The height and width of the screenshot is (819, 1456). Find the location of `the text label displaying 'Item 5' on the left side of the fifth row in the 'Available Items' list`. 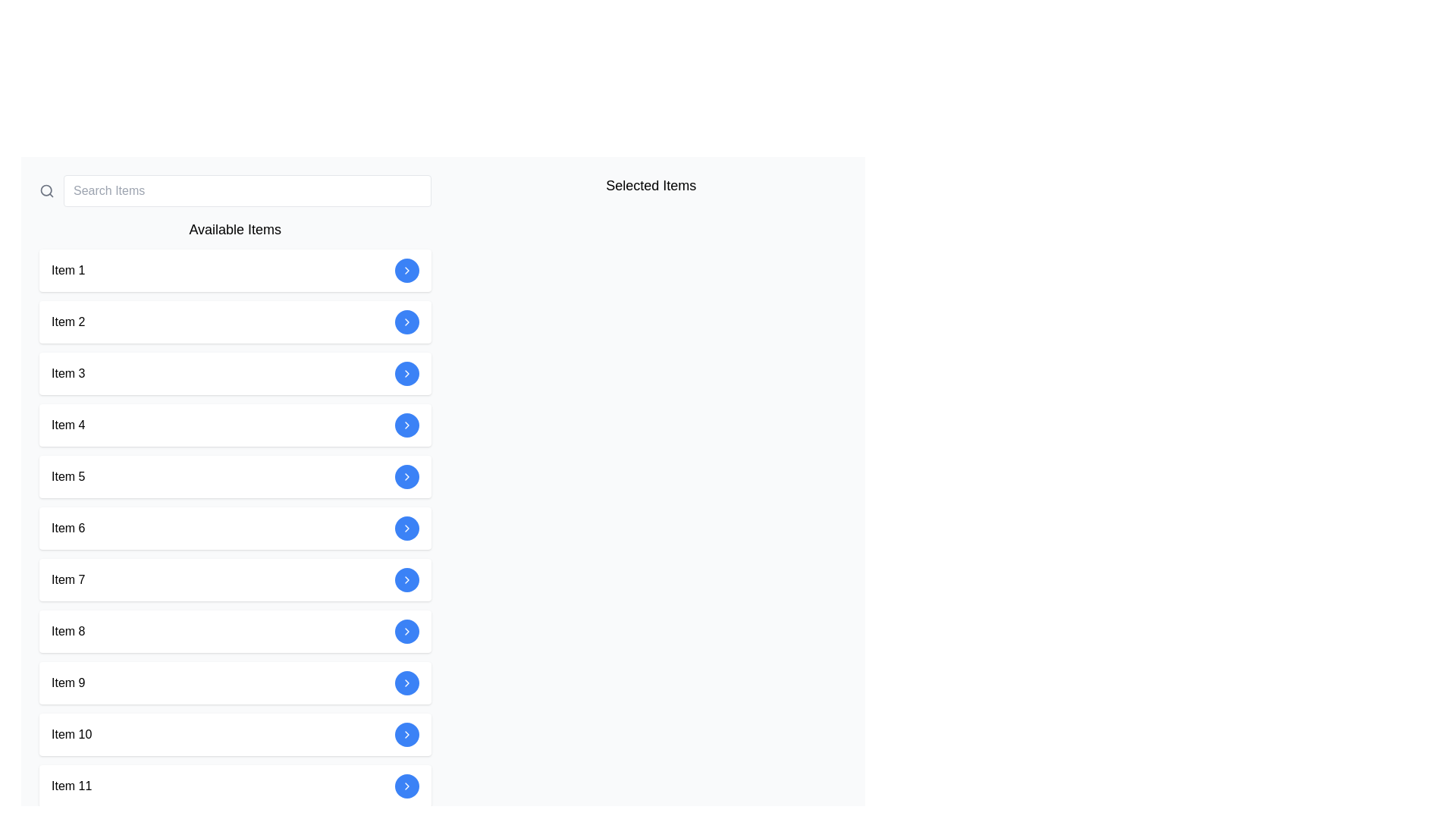

the text label displaying 'Item 5' on the left side of the fifth row in the 'Available Items' list is located at coordinates (67, 475).